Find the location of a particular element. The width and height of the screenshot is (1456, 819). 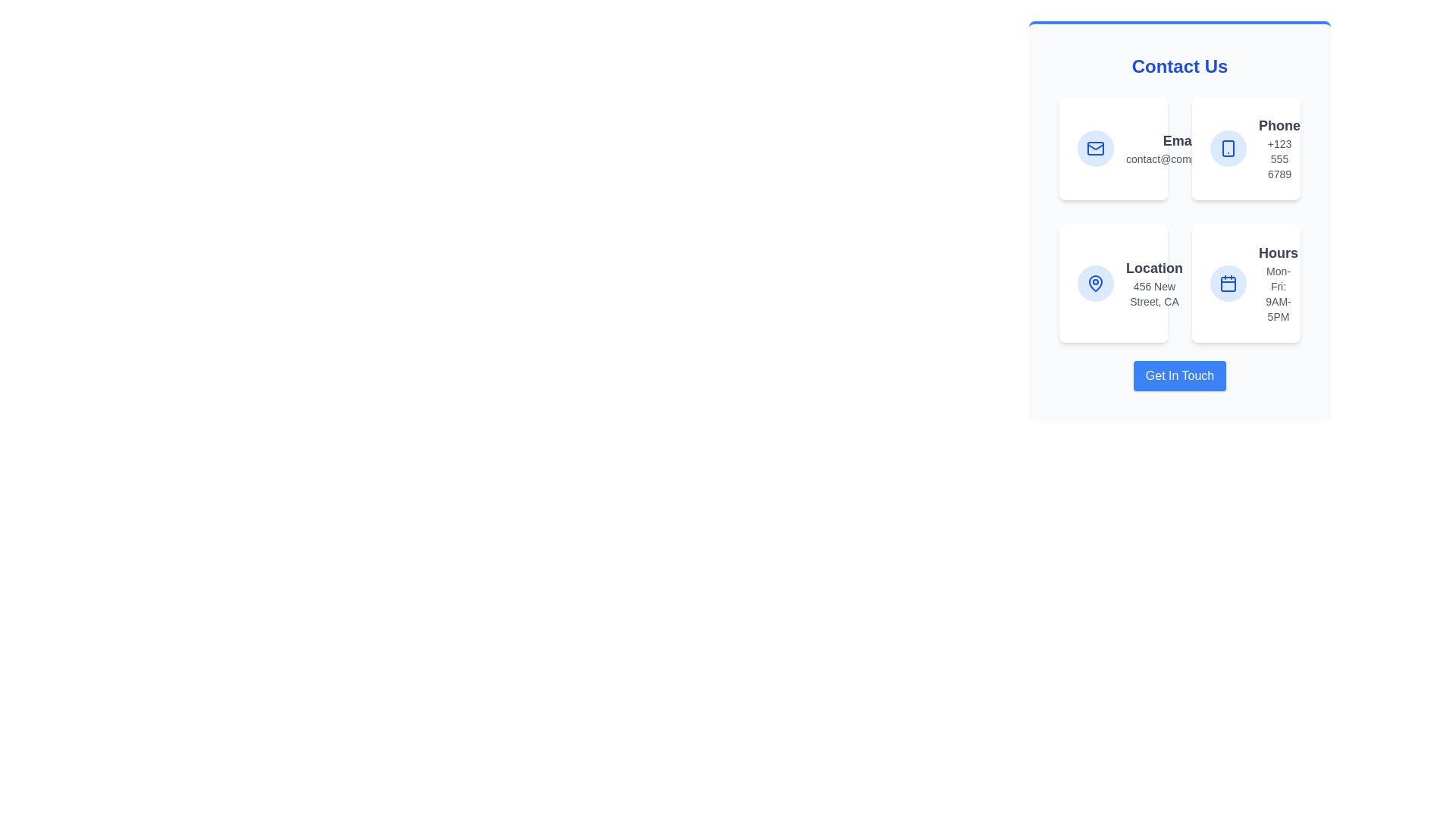

the text label displaying business hours information located below the 'Hours' text in the 'Contact Us' section is located at coordinates (1277, 294).